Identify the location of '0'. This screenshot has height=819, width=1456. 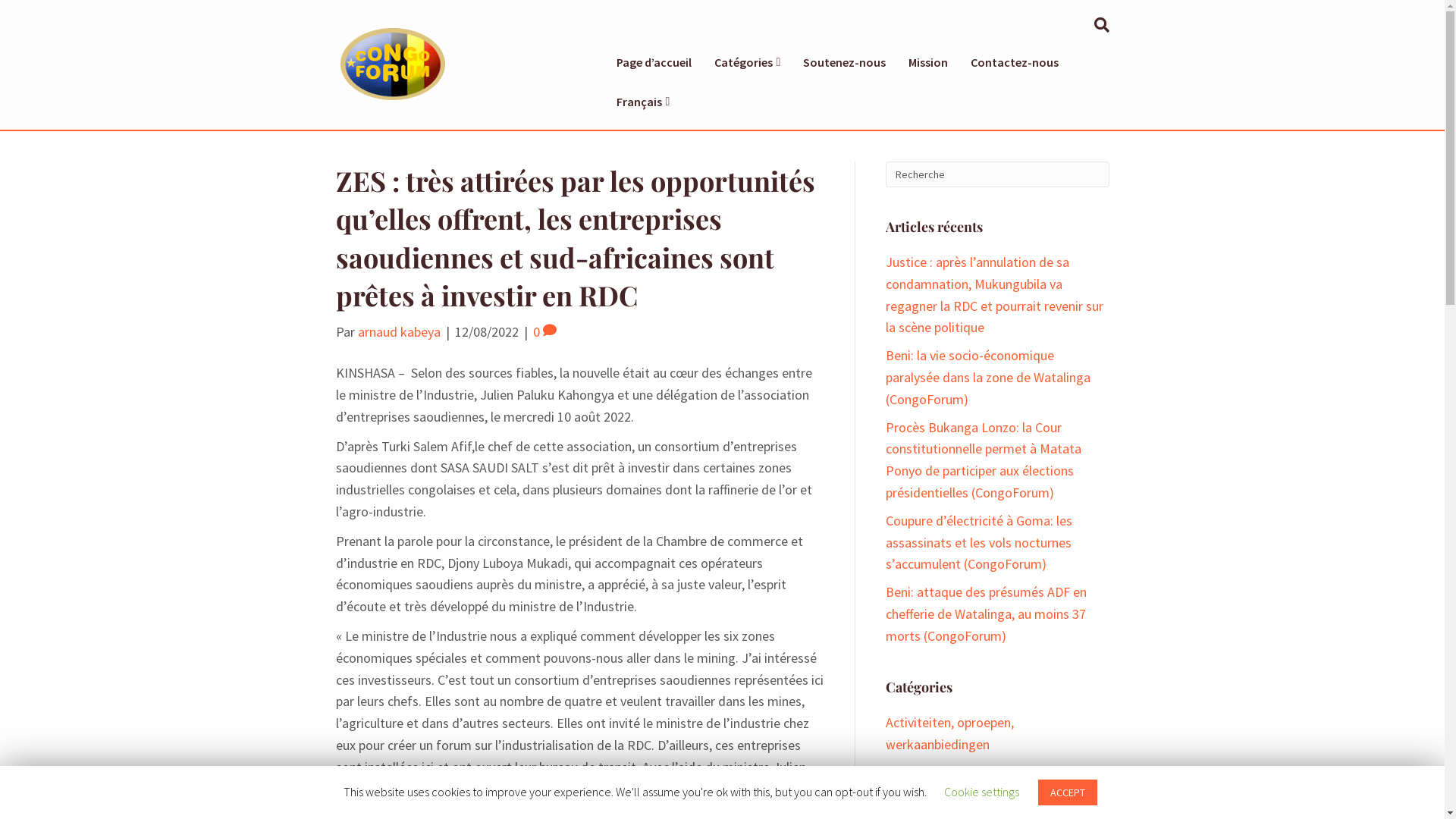
(544, 331).